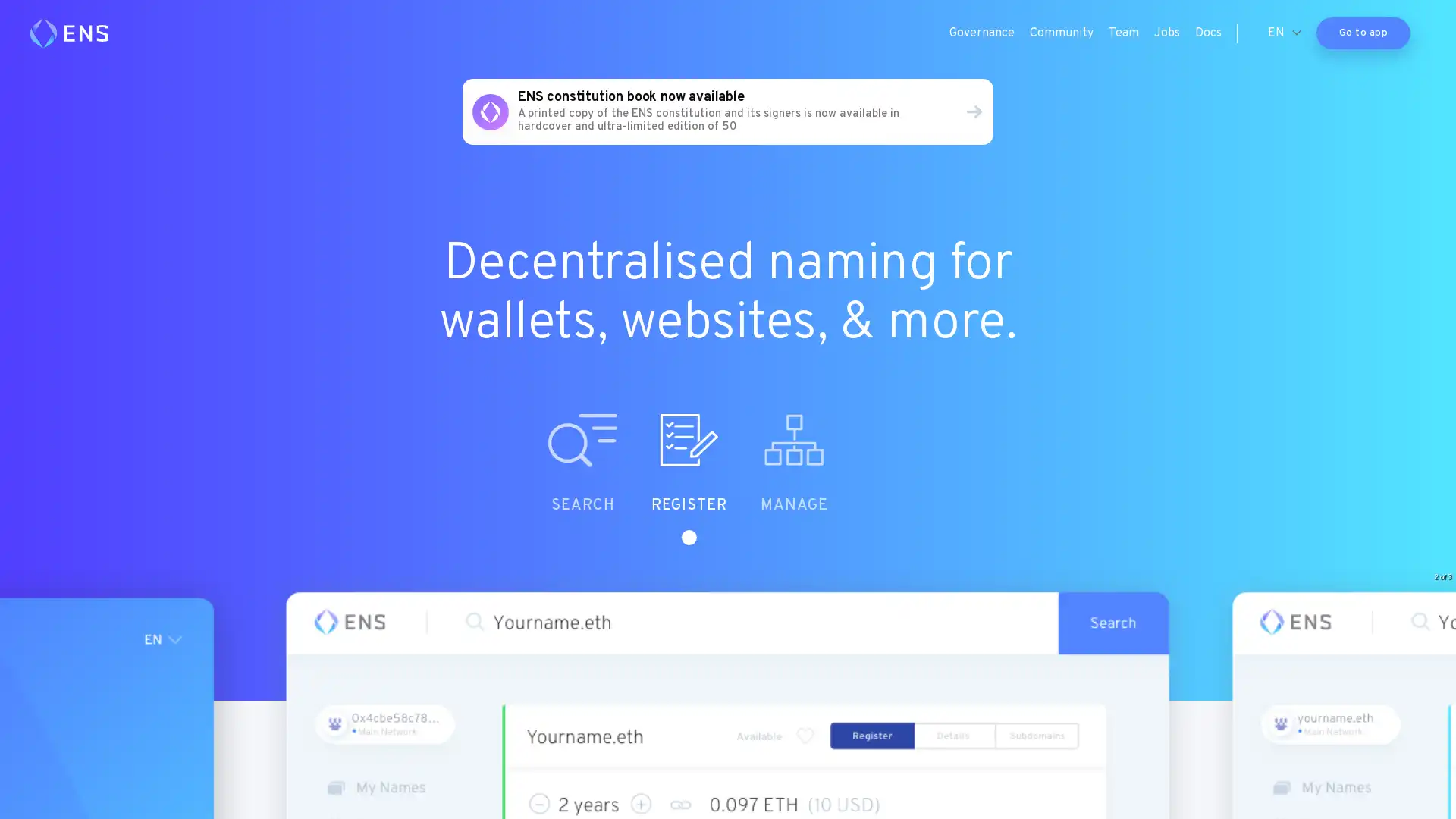 The width and height of the screenshot is (1456, 819). Describe the element at coordinates (637, 479) in the screenshot. I see `slide item 1` at that location.